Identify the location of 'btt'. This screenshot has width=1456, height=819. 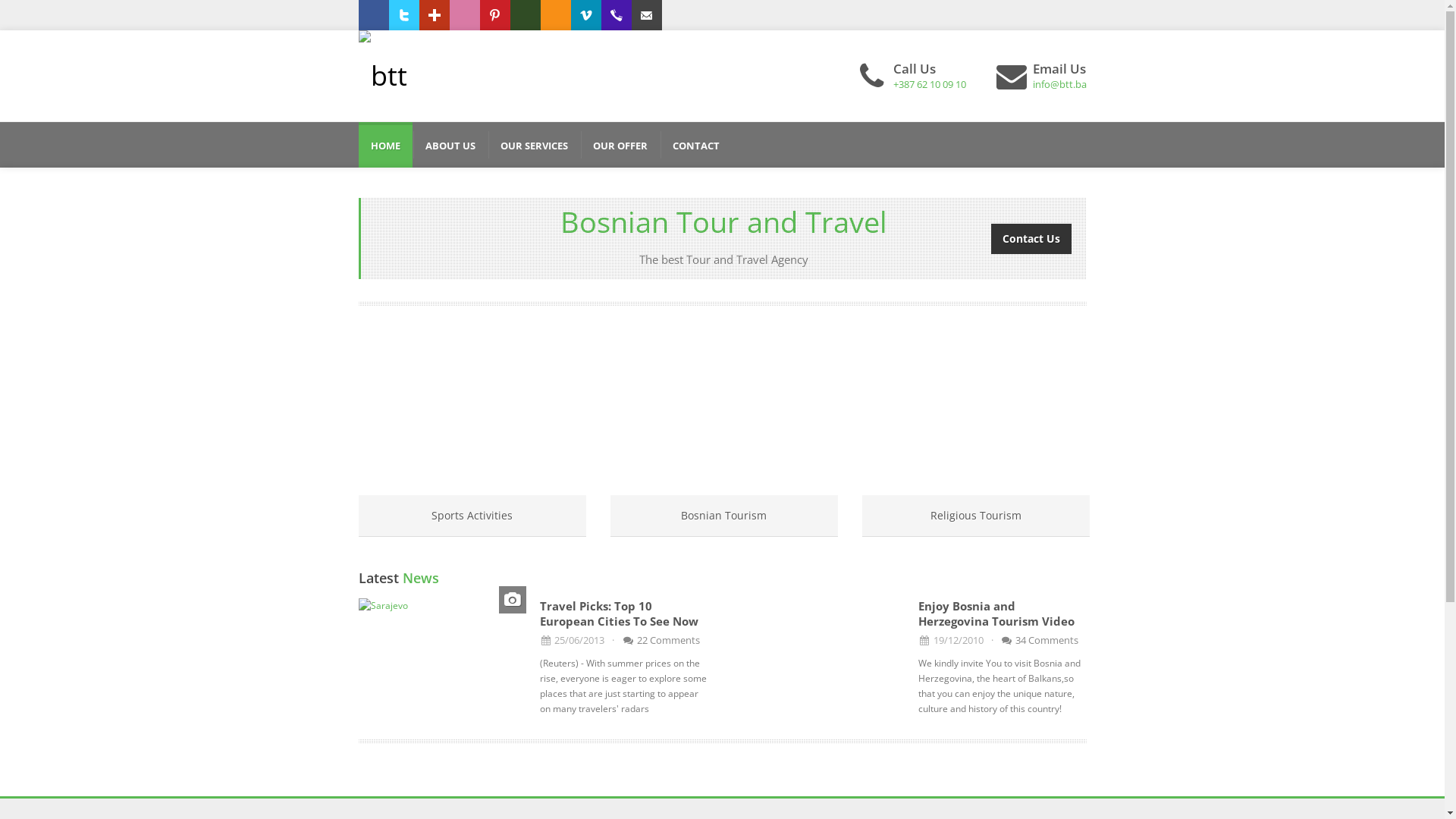
(382, 76).